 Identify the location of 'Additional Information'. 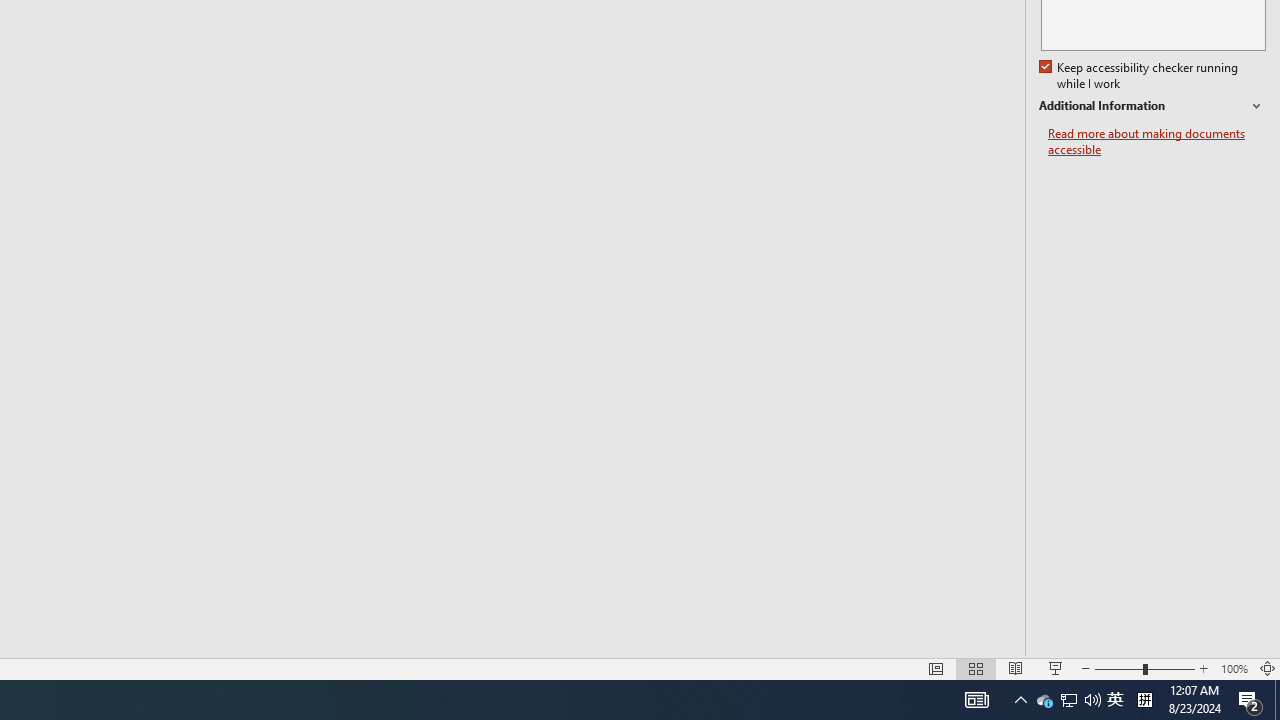
(1152, 106).